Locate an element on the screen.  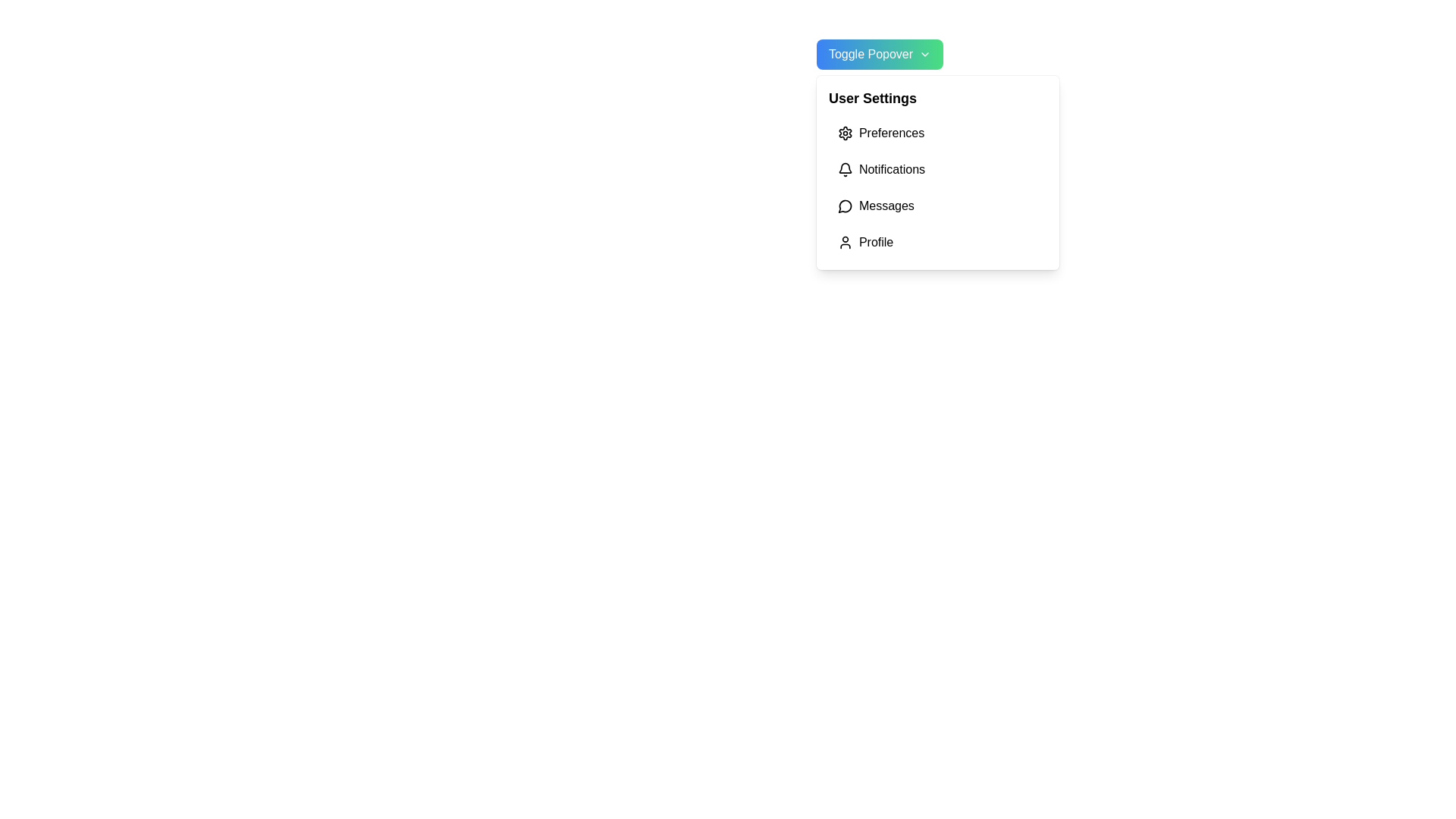
the 'Notifications' text link in the User Settings dropdown menu is located at coordinates (892, 169).